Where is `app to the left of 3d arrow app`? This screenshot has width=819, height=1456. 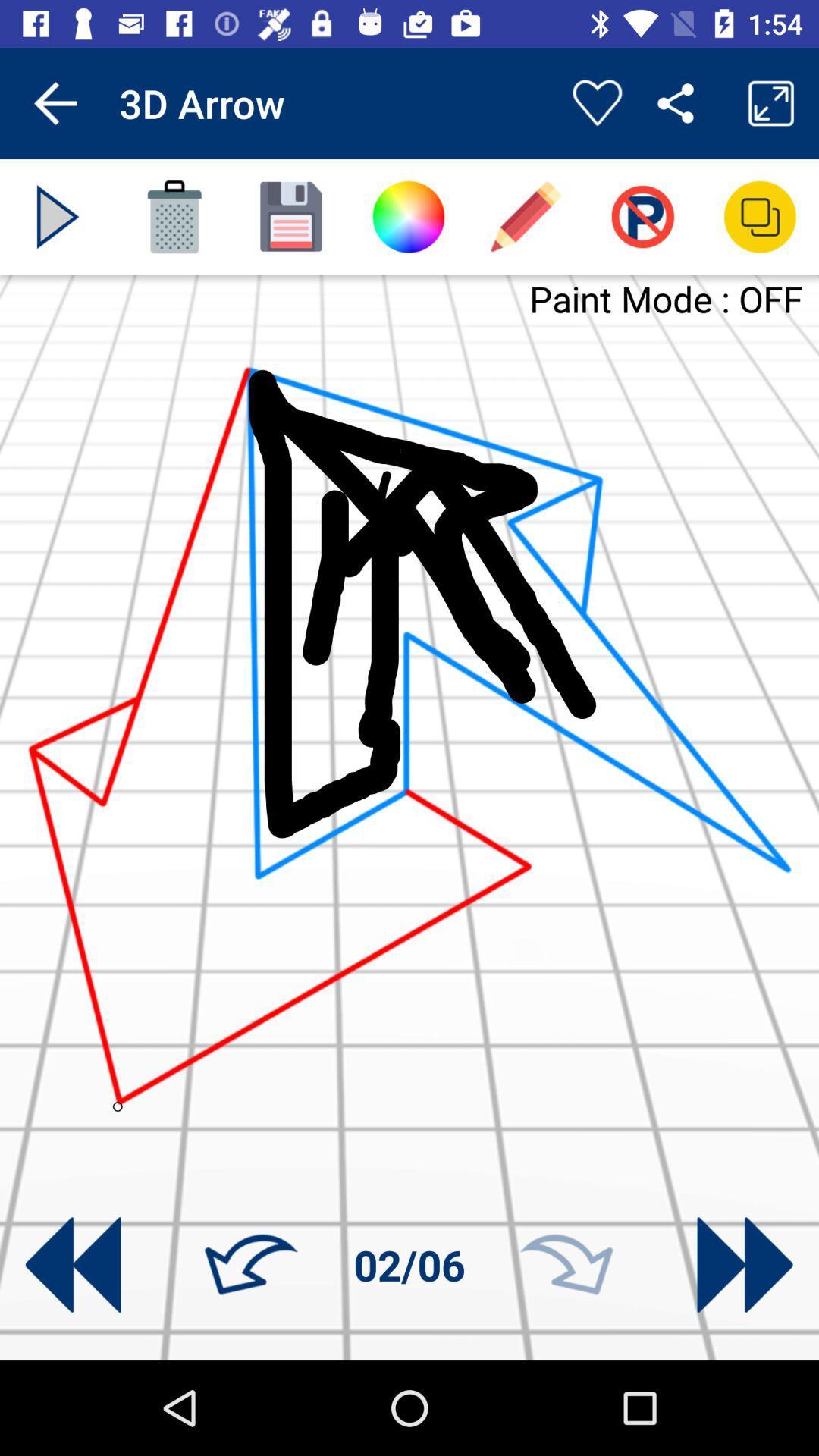 app to the left of 3d arrow app is located at coordinates (55, 102).